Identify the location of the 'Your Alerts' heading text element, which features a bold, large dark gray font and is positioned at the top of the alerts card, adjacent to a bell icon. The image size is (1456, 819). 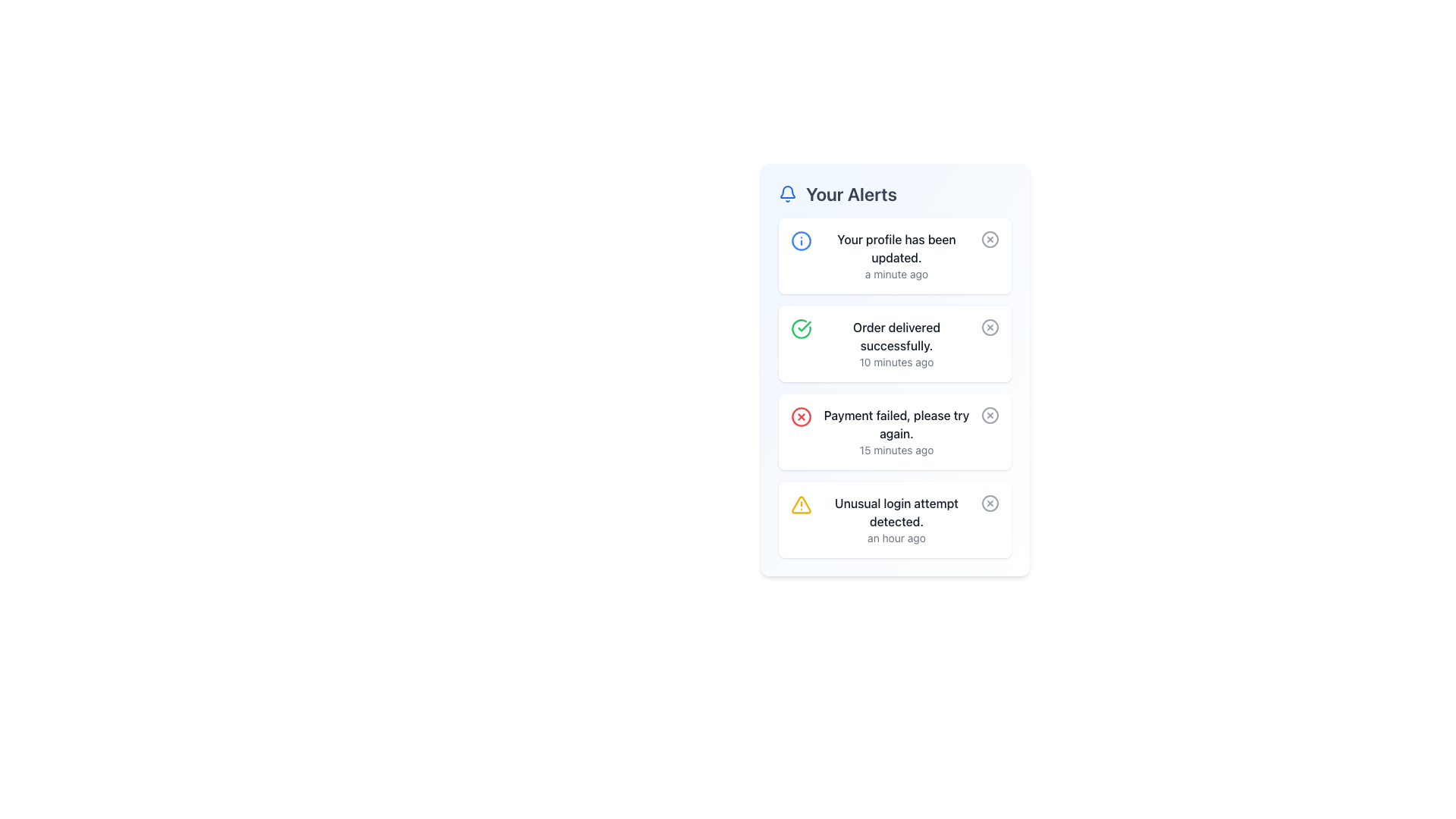
(895, 193).